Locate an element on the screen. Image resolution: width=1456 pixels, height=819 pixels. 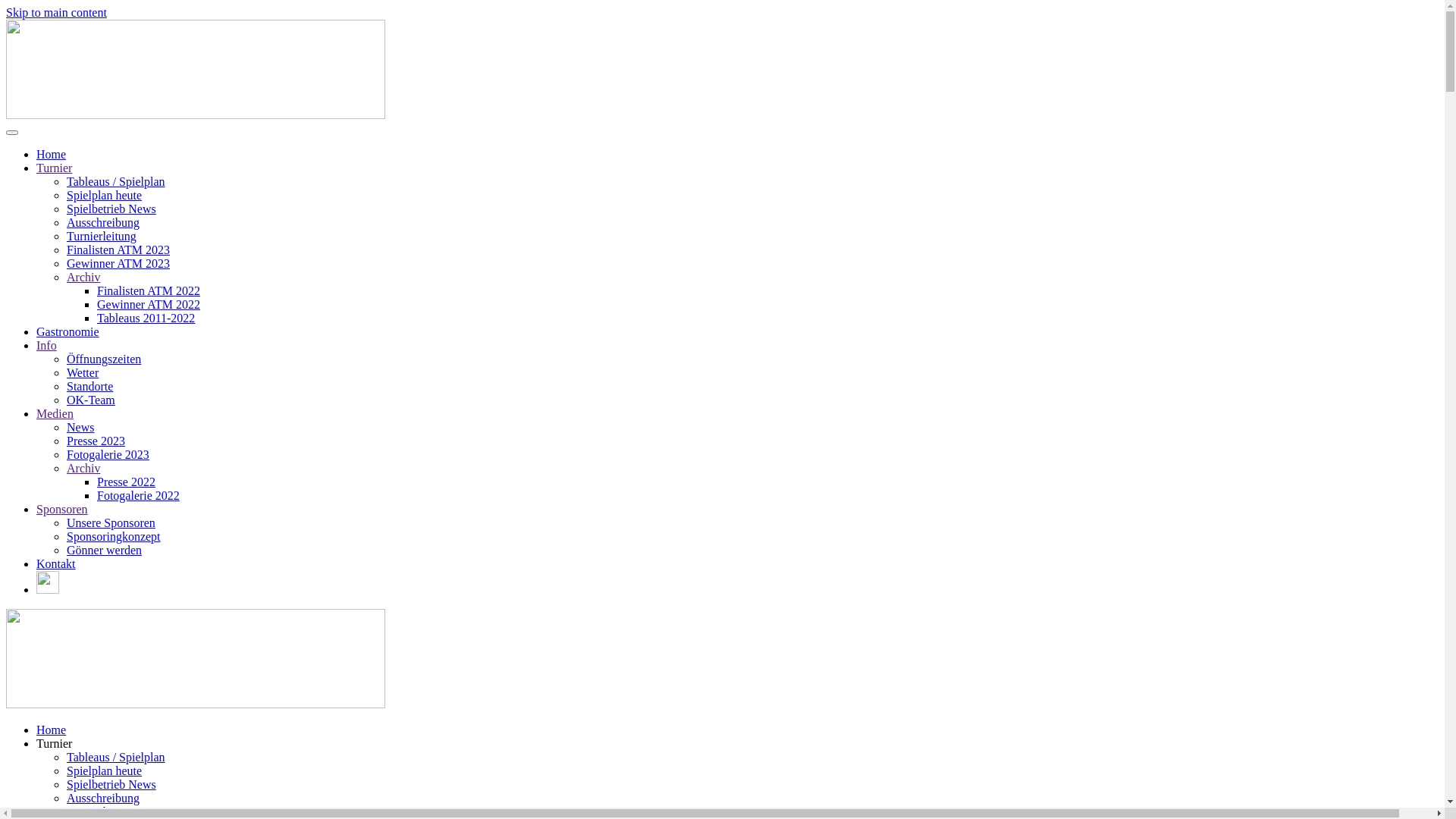
'Presse 2022' is located at coordinates (126, 482).